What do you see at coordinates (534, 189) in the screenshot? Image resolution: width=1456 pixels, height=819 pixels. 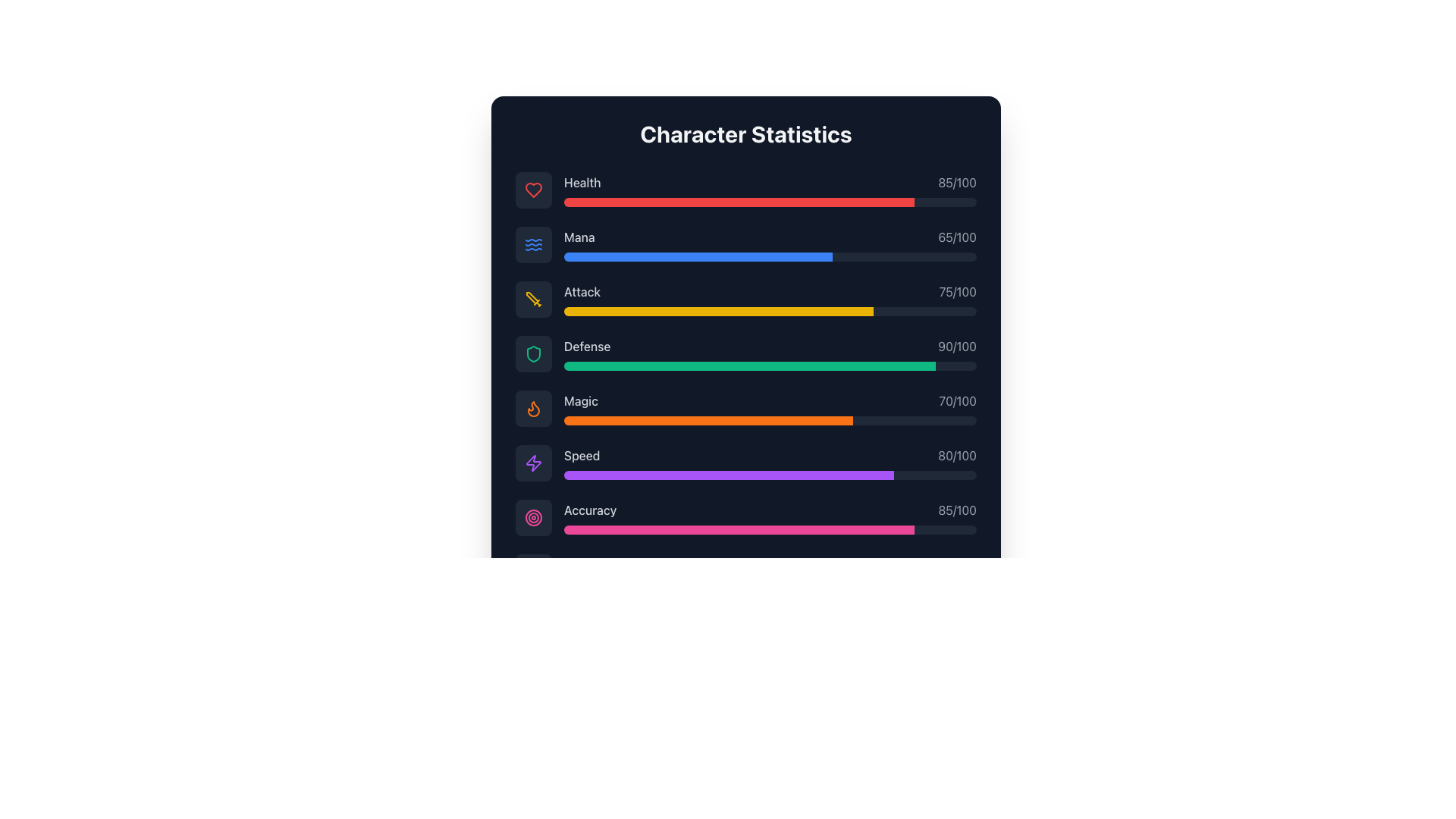 I see `SVG structure of the health indicator icon located to the left of the 'Health' label in the first row of the statistics table` at bounding box center [534, 189].